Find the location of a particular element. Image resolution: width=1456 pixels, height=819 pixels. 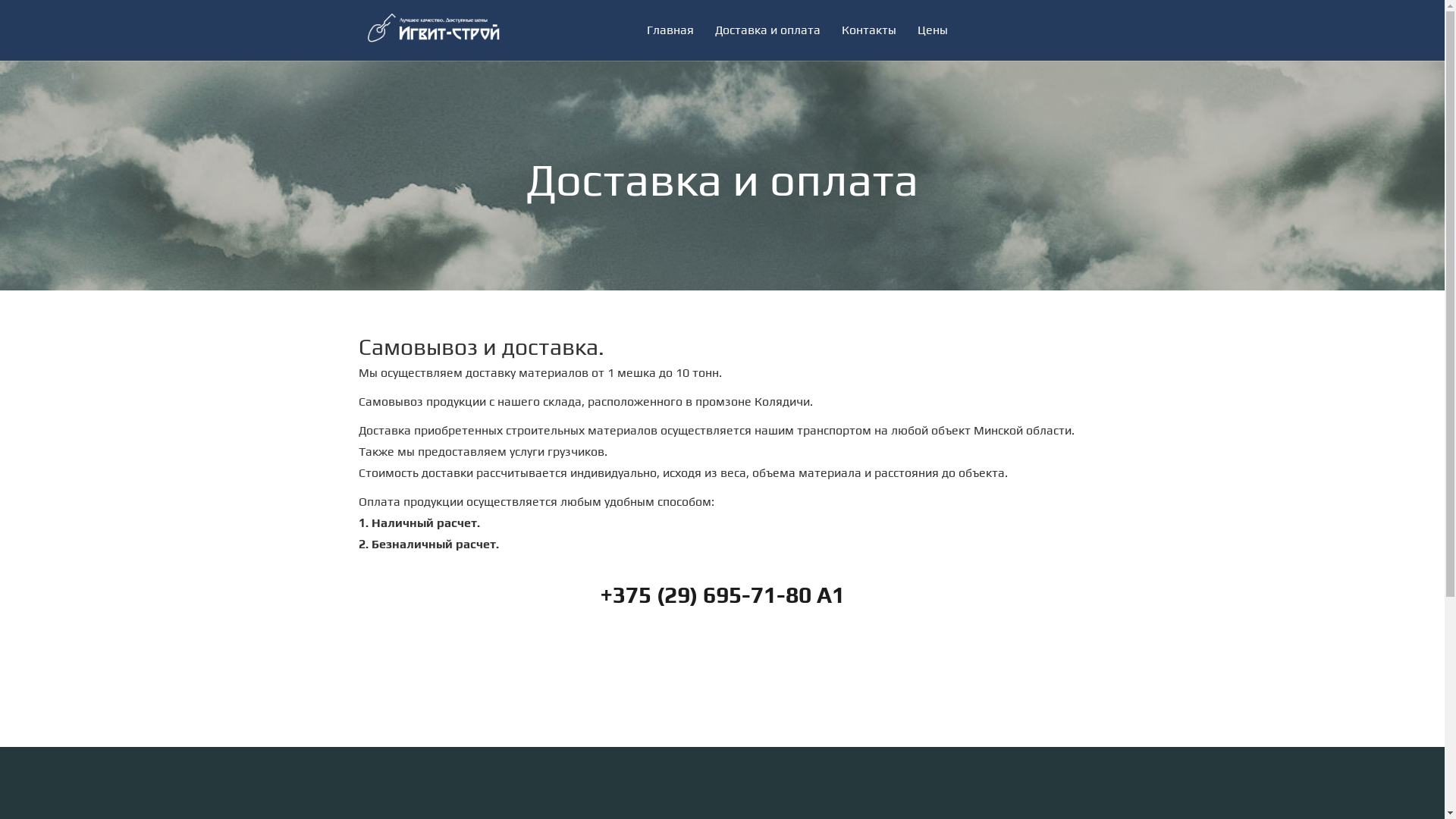

'+375 (29) 695-71-80' is located at coordinates (704, 594).